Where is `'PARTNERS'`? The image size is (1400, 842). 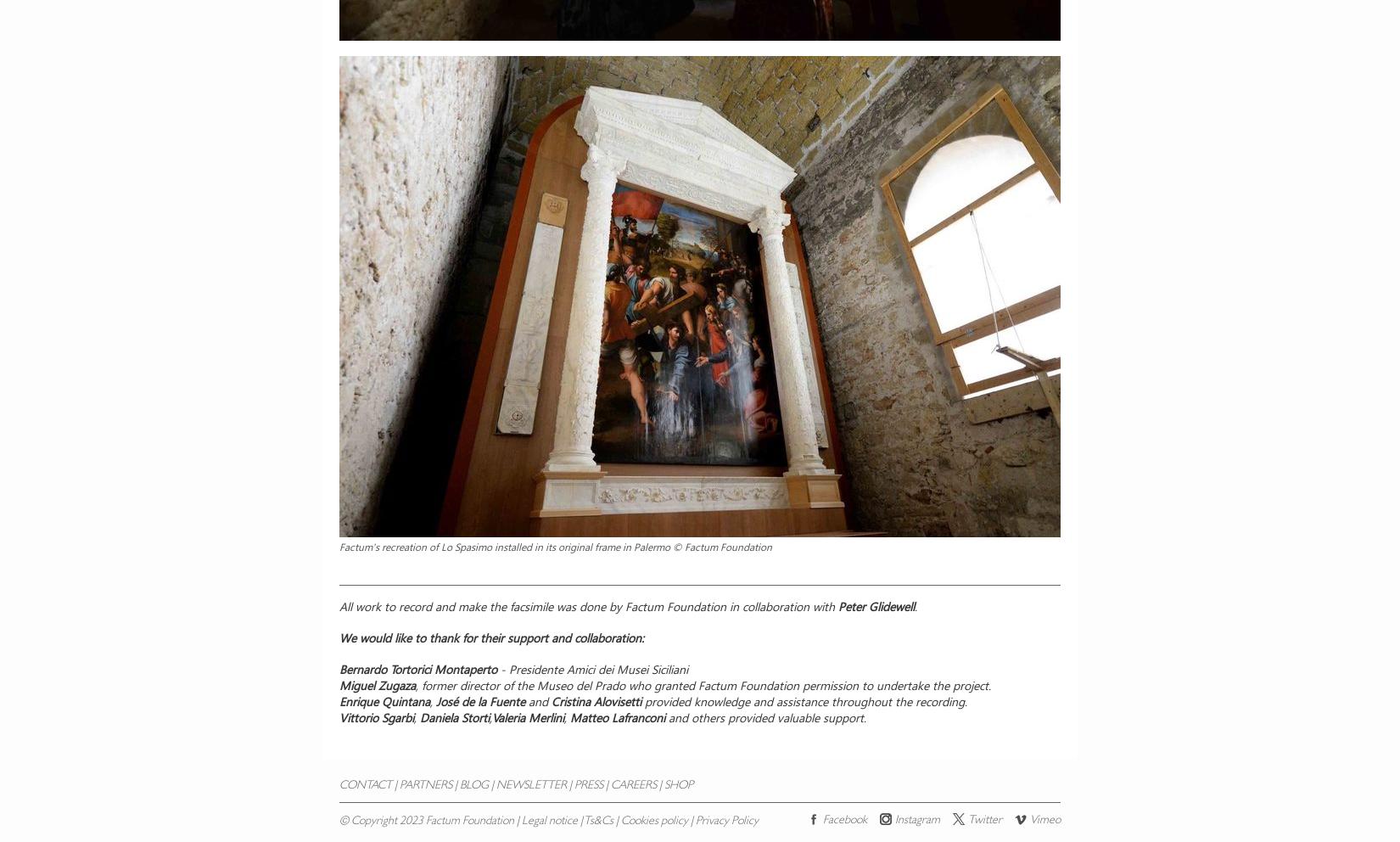 'PARTNERS' is located at coordinates (399, 784).